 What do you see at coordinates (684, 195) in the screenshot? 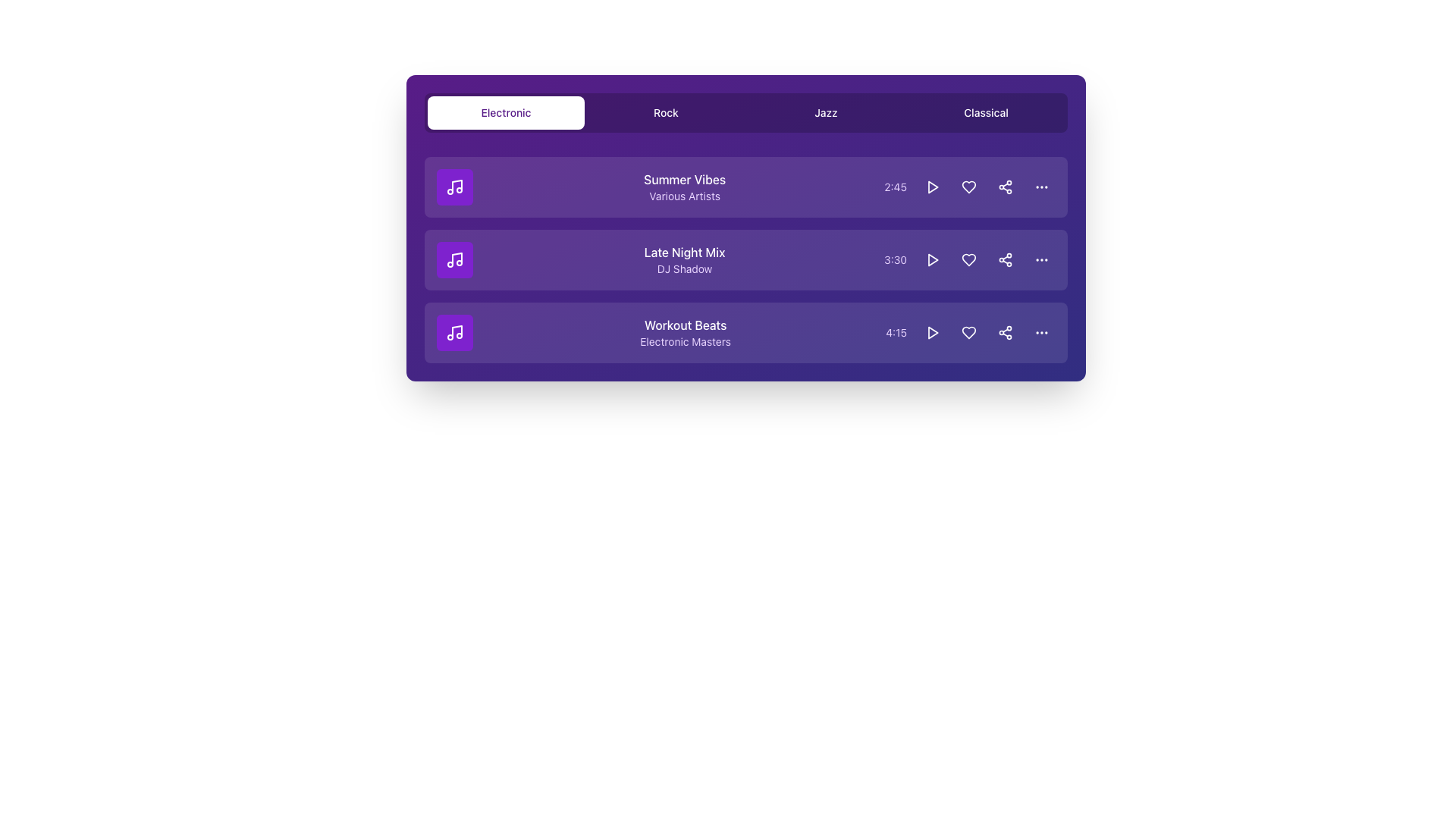
I see `the text label displaying 'Various Artists', which is located directly below the 'Summer Vibes' label in a box with a purple gradient background` at bounding box center [684, 195].